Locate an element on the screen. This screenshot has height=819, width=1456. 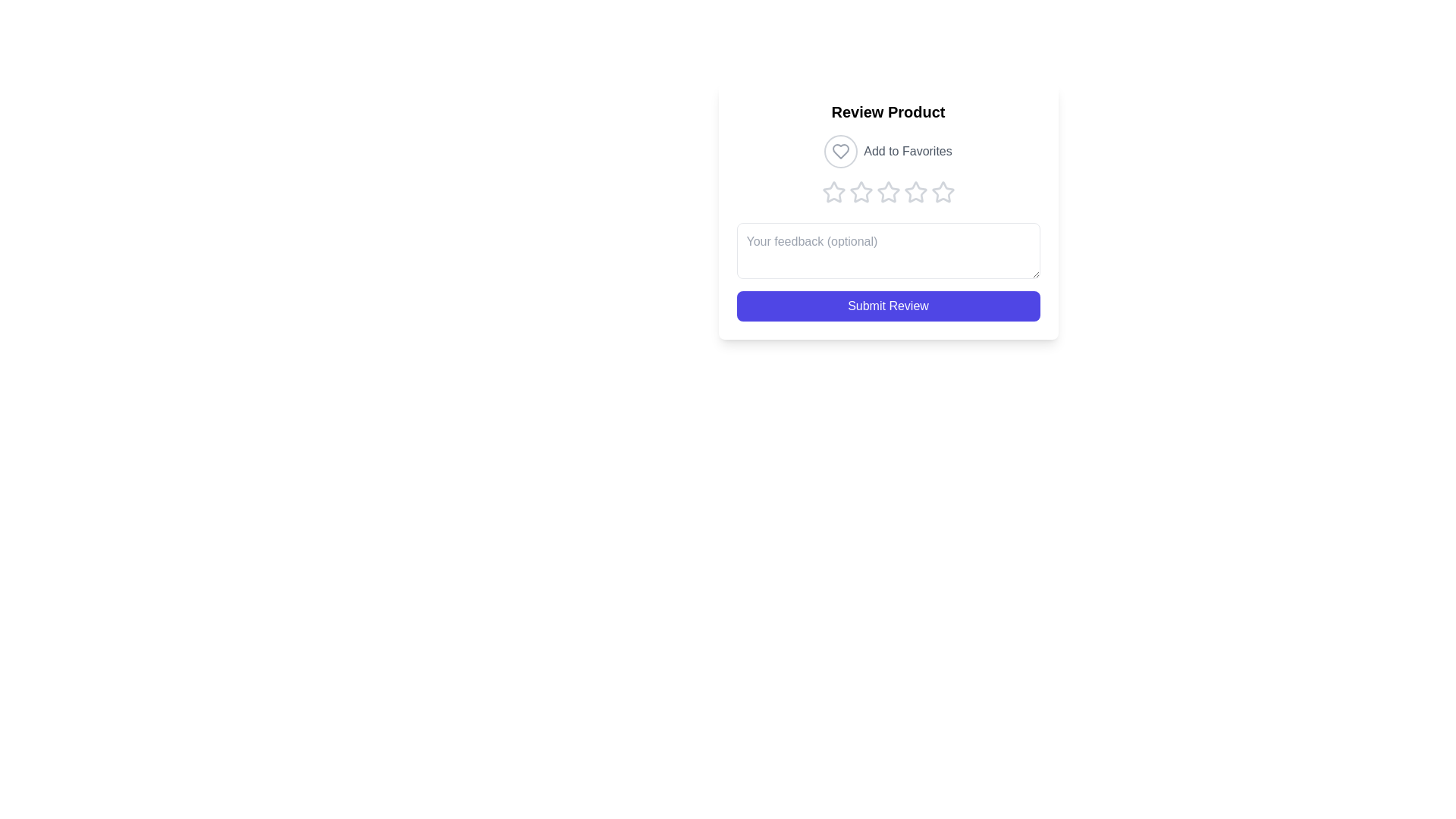
the text label that describes the functionality of marking an item as a favorite, which is positioned to the right of a heart icon near the top of the interface is located at coordinates (908, 152).